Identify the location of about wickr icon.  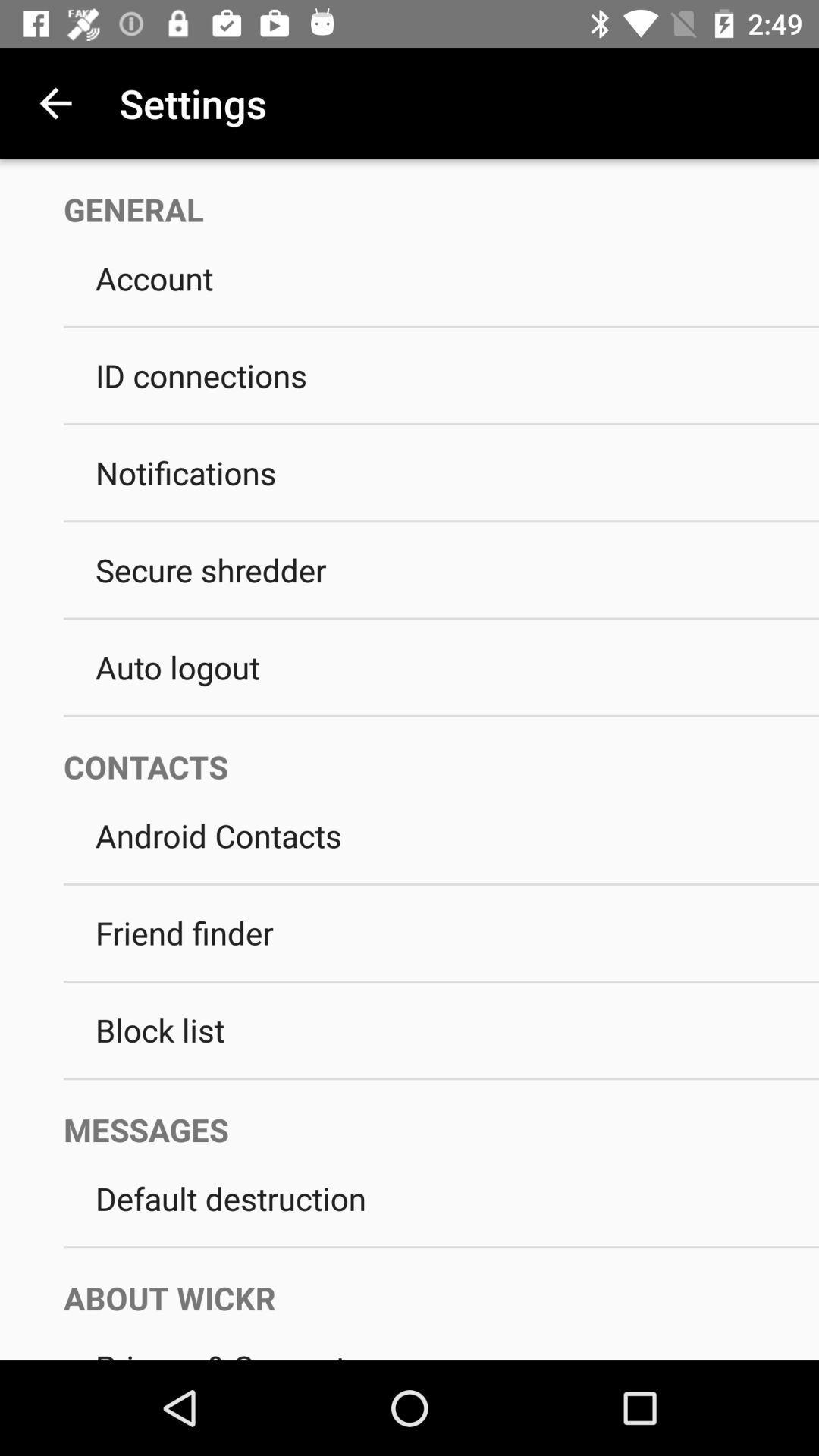
(425, 1282).